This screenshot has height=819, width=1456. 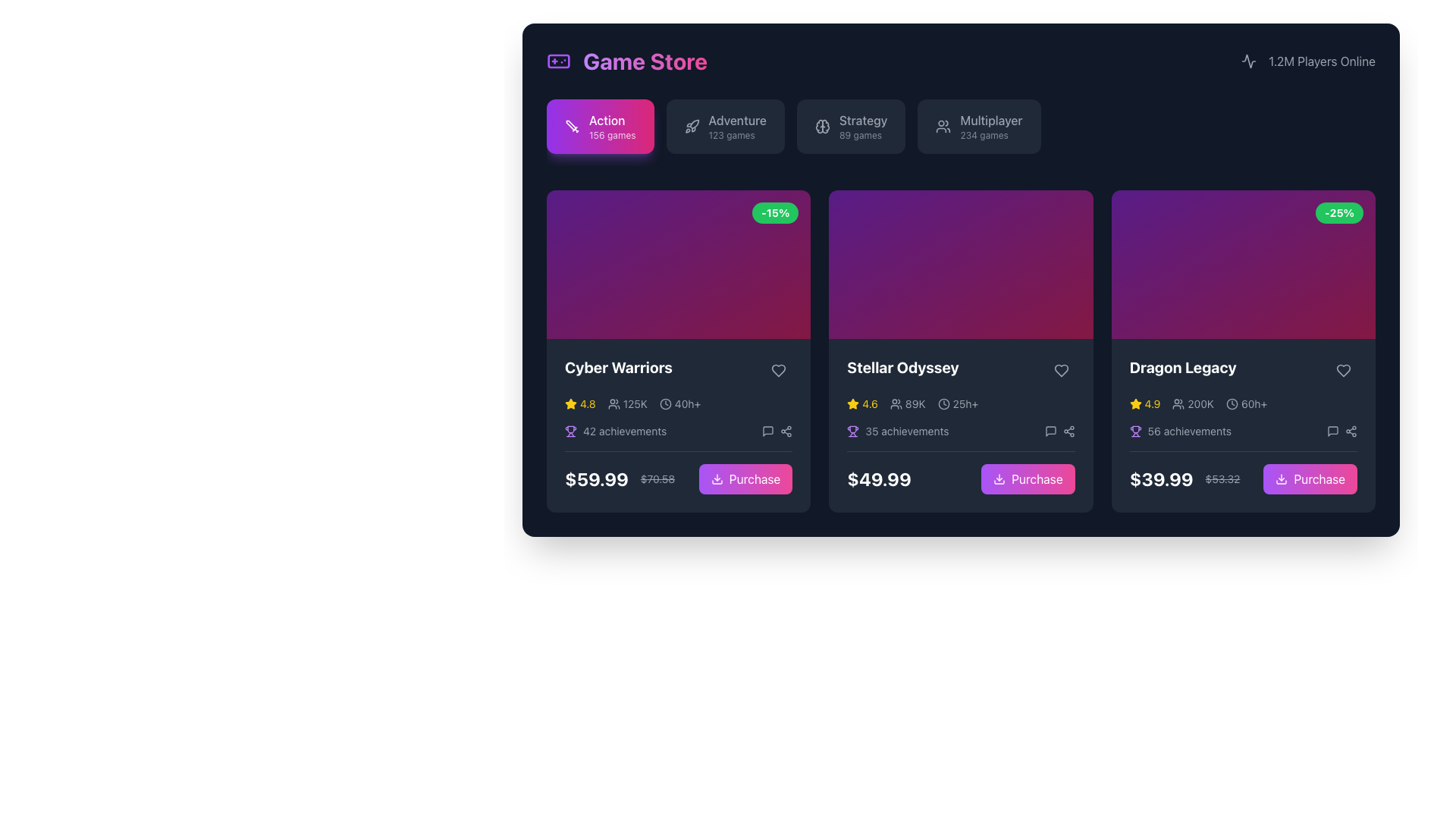 I want to click on the Decorative banner featuring a gradient background from purple to pink with a green '-15%' badge at the top-right corner, located in the top section of the 'Cyber Warriors' card, so click(x=678, y=263).